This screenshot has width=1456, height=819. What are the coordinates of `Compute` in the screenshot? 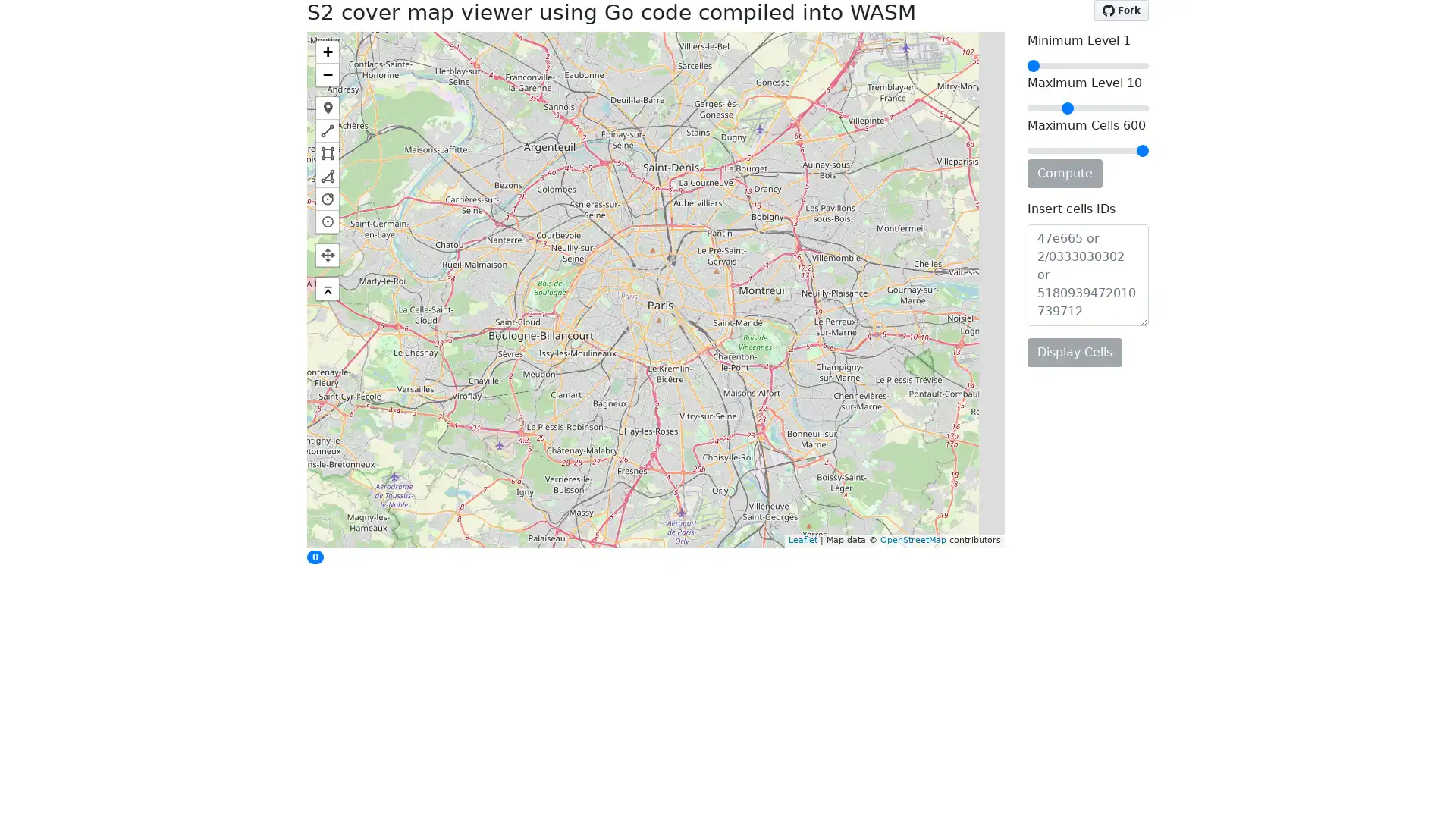 It's located at (1064, 171).